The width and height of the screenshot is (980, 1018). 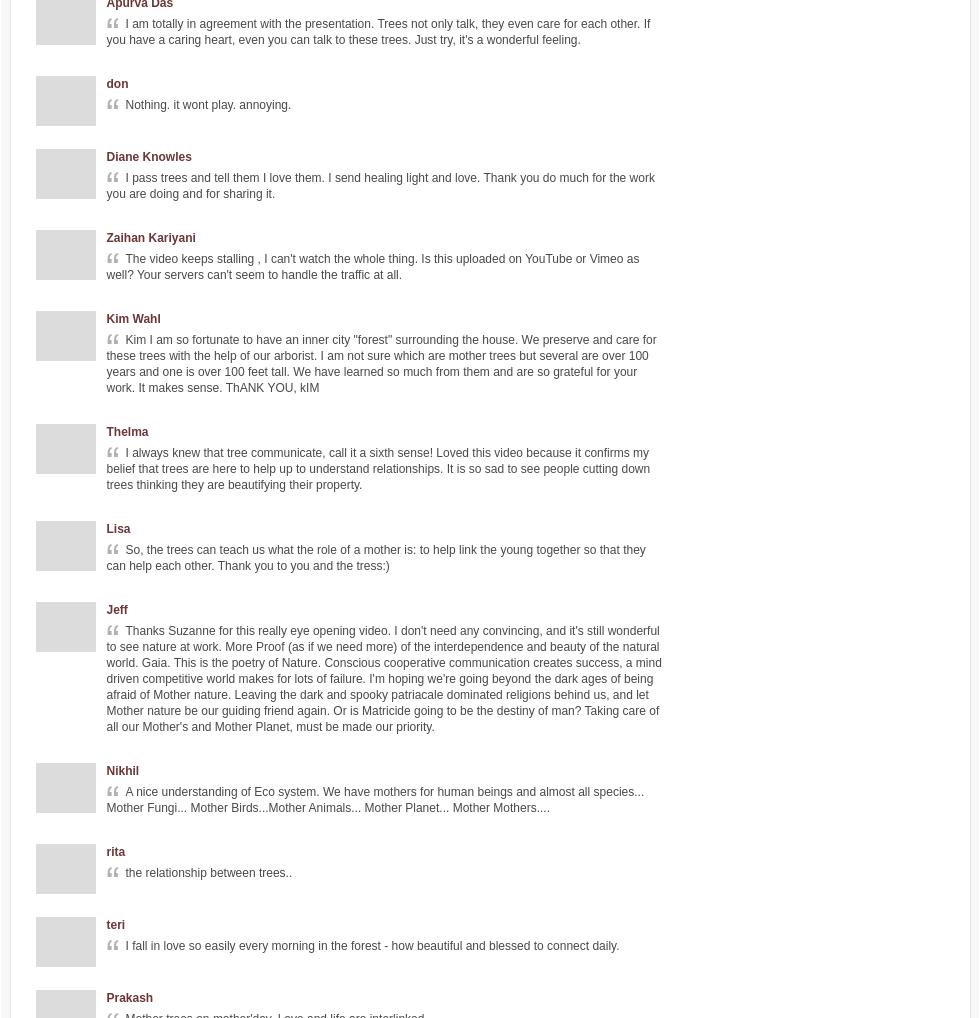 I want to click on 'I am totally in agreement with the presentation. Trees not only talk, they even care for each other. If you have a caring heart, even you can talk to these trees. Just try, it's a wonderful feeling.', so click(x=377, y=30).